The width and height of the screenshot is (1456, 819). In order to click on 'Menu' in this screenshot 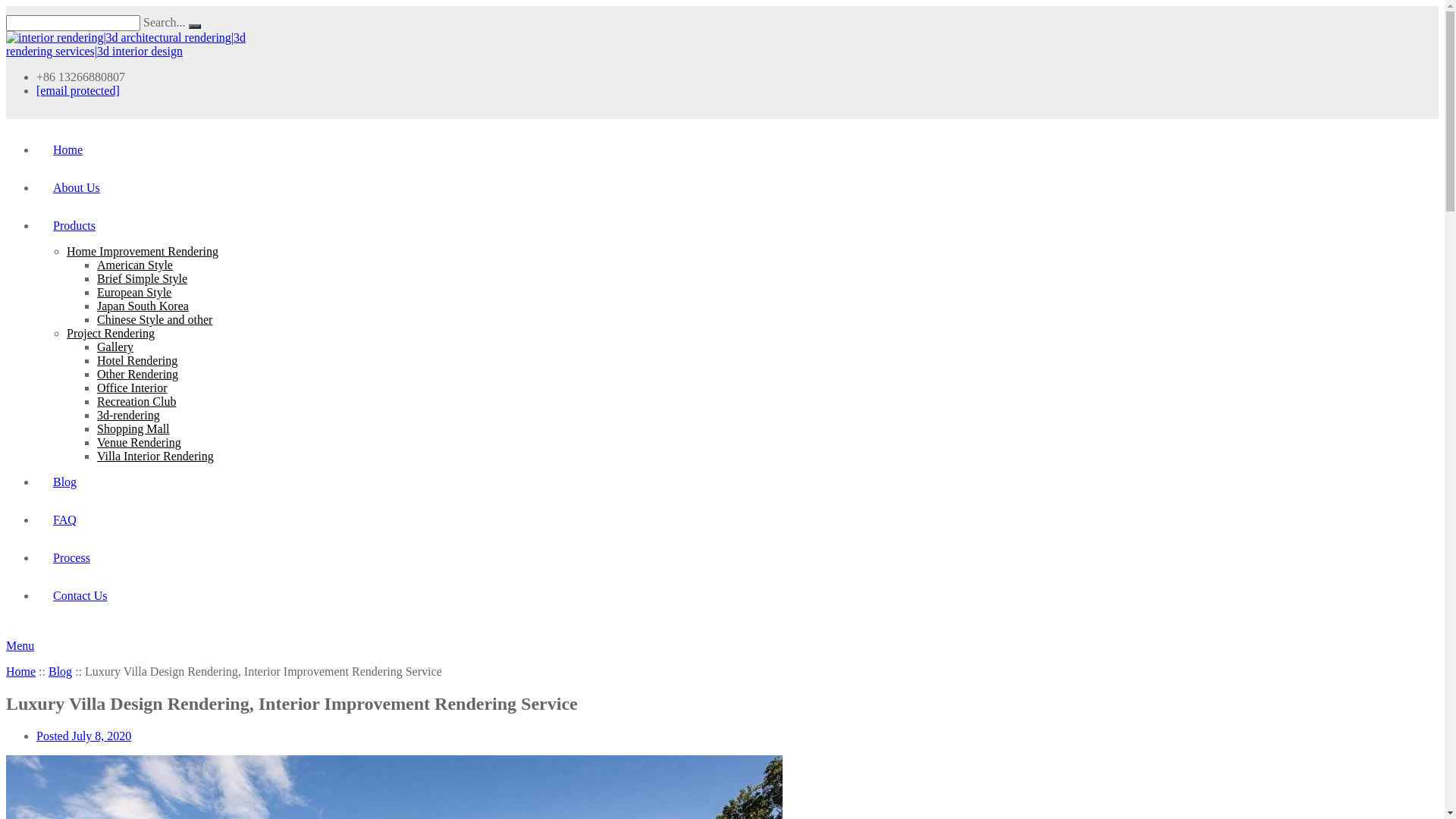, I will do `click(20, 645)`.